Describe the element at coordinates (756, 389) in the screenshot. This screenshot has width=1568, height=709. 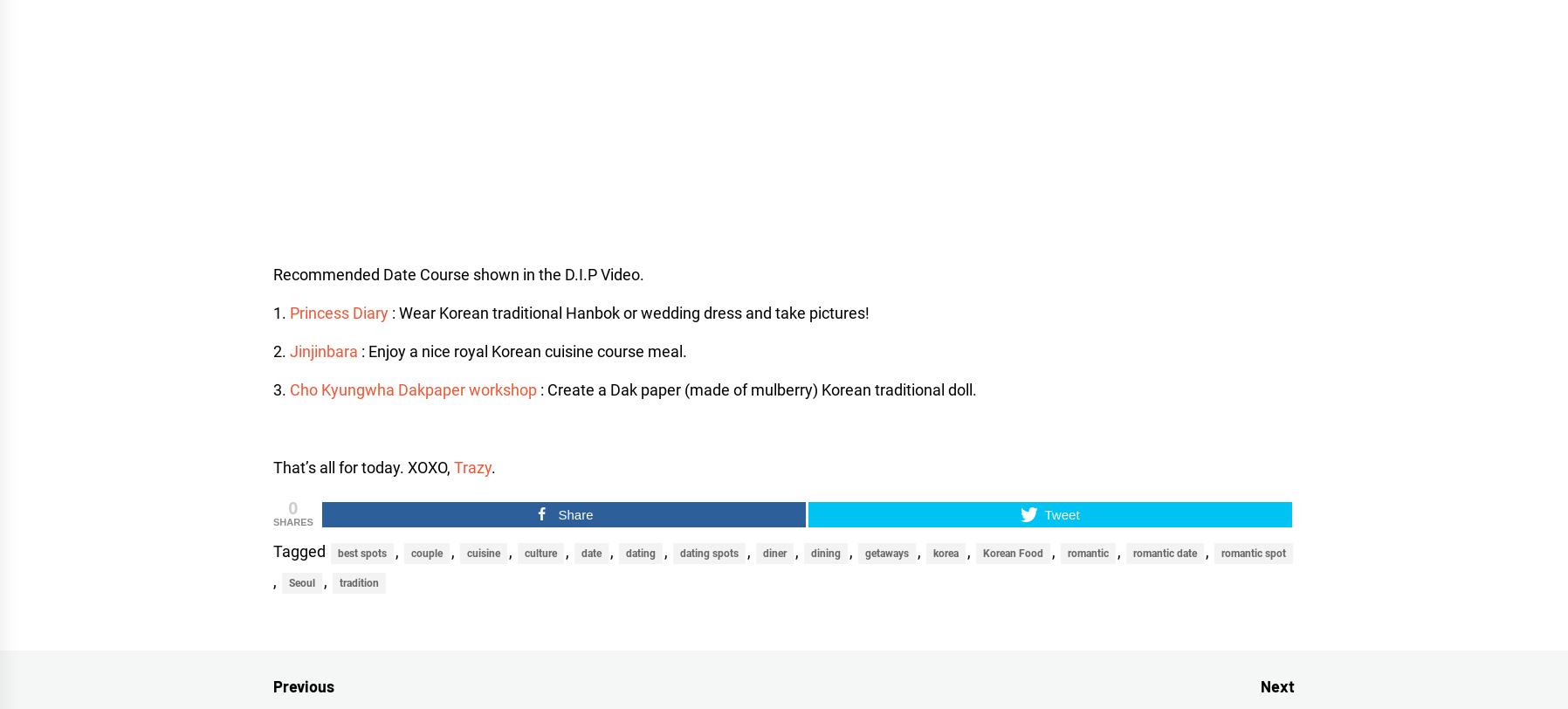
I see `': Create a Dak paper (made of mulberry) Korean traditional doll.'` at that location.